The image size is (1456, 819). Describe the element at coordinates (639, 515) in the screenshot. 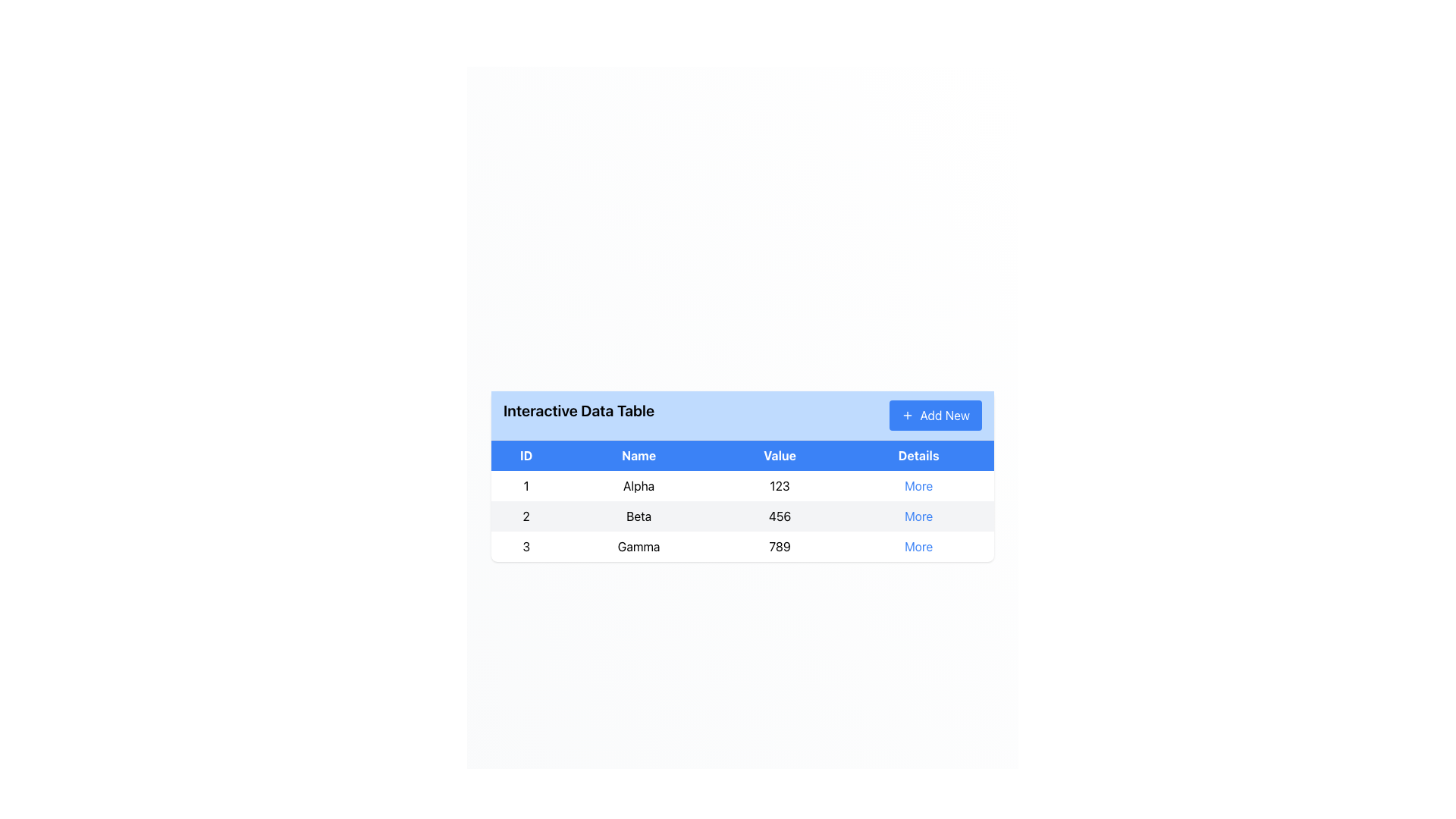

I see `the 'Name' text label located in the second row of the data table, positioned between the values '2' and '456'` at that location.